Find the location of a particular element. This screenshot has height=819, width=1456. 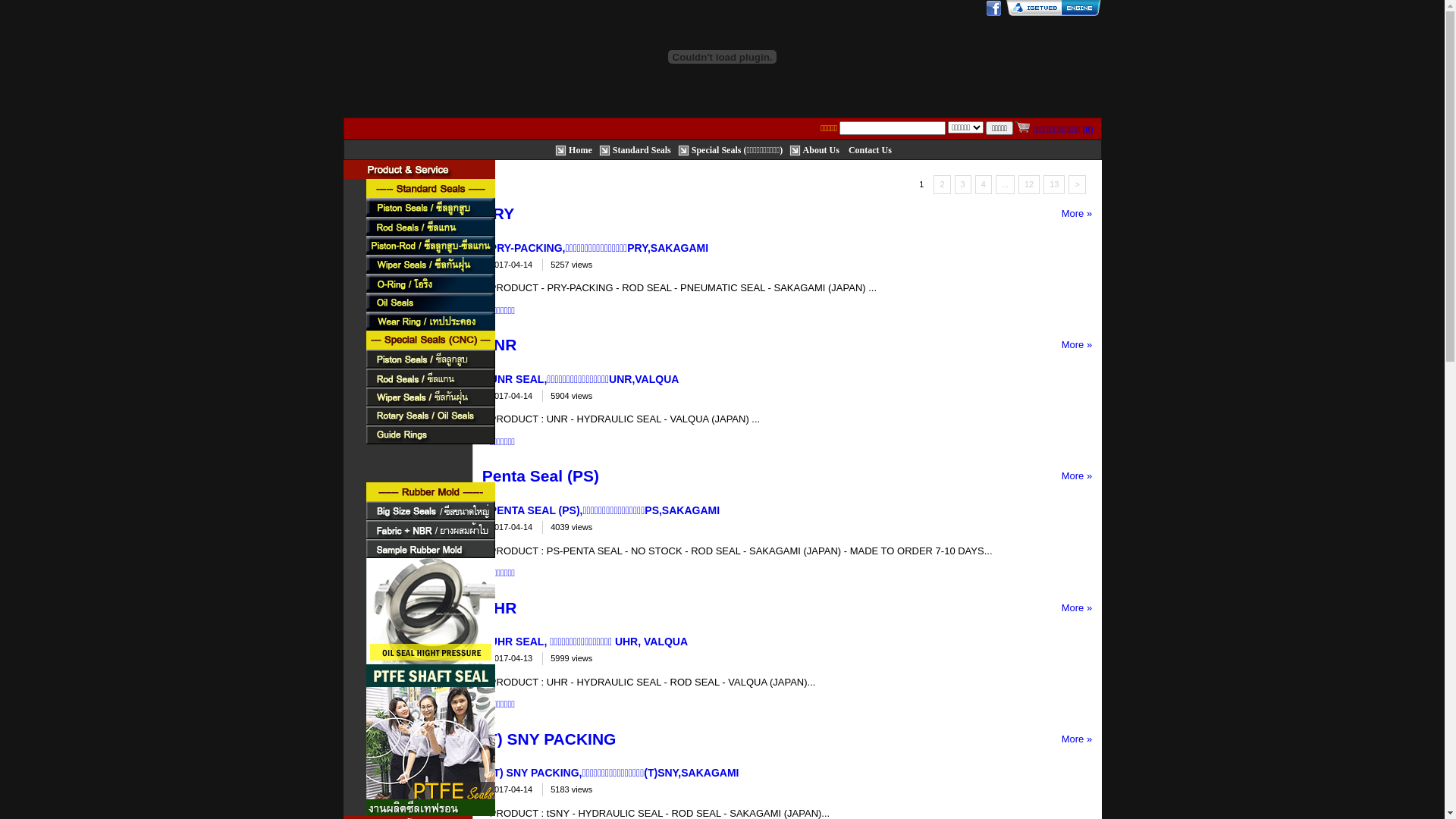

'ptfe oil seal' is located at coordinates (365, 623).